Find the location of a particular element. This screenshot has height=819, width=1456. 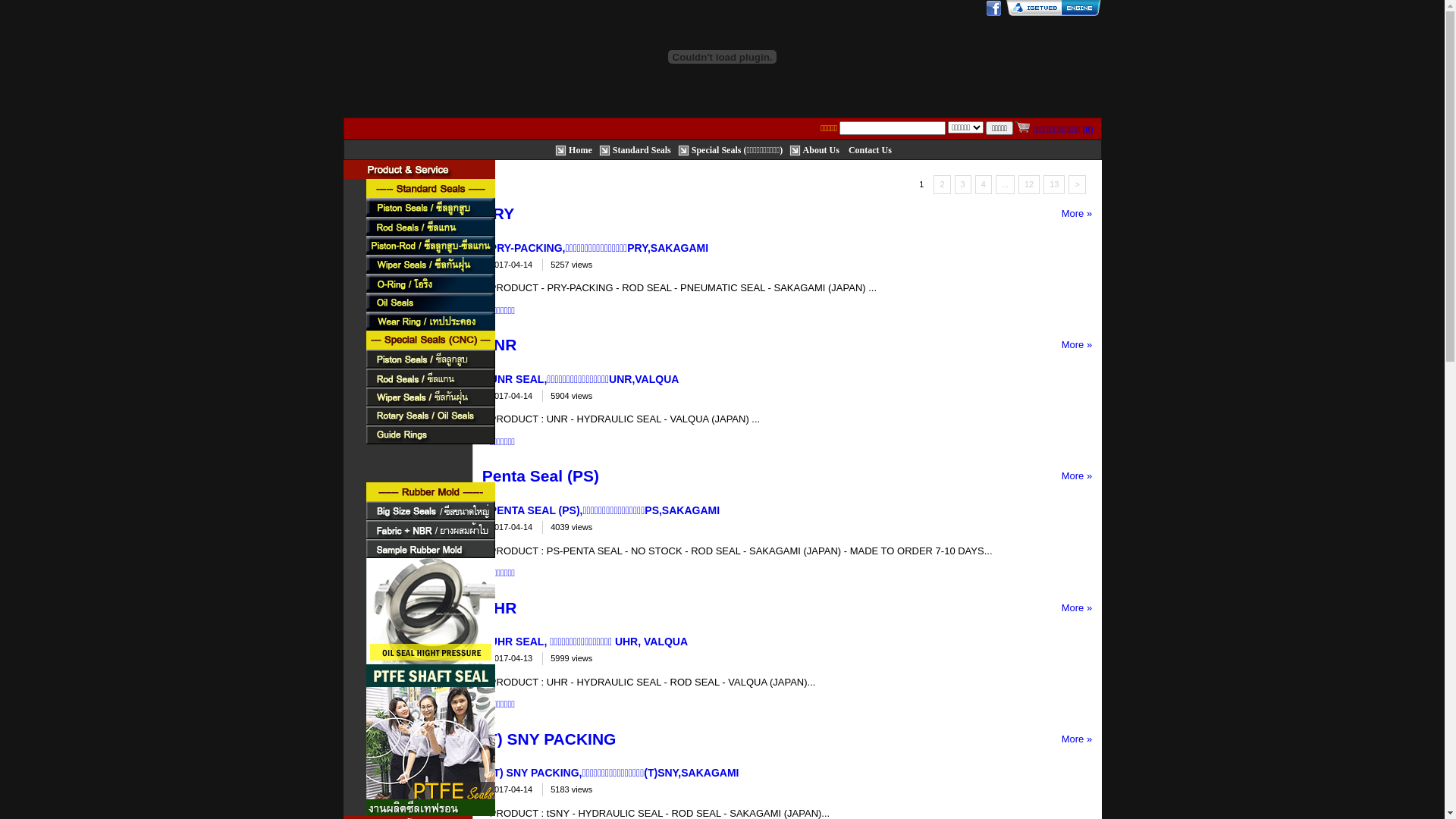

'ptfe oil seal' is located at coordinates (365, 623).